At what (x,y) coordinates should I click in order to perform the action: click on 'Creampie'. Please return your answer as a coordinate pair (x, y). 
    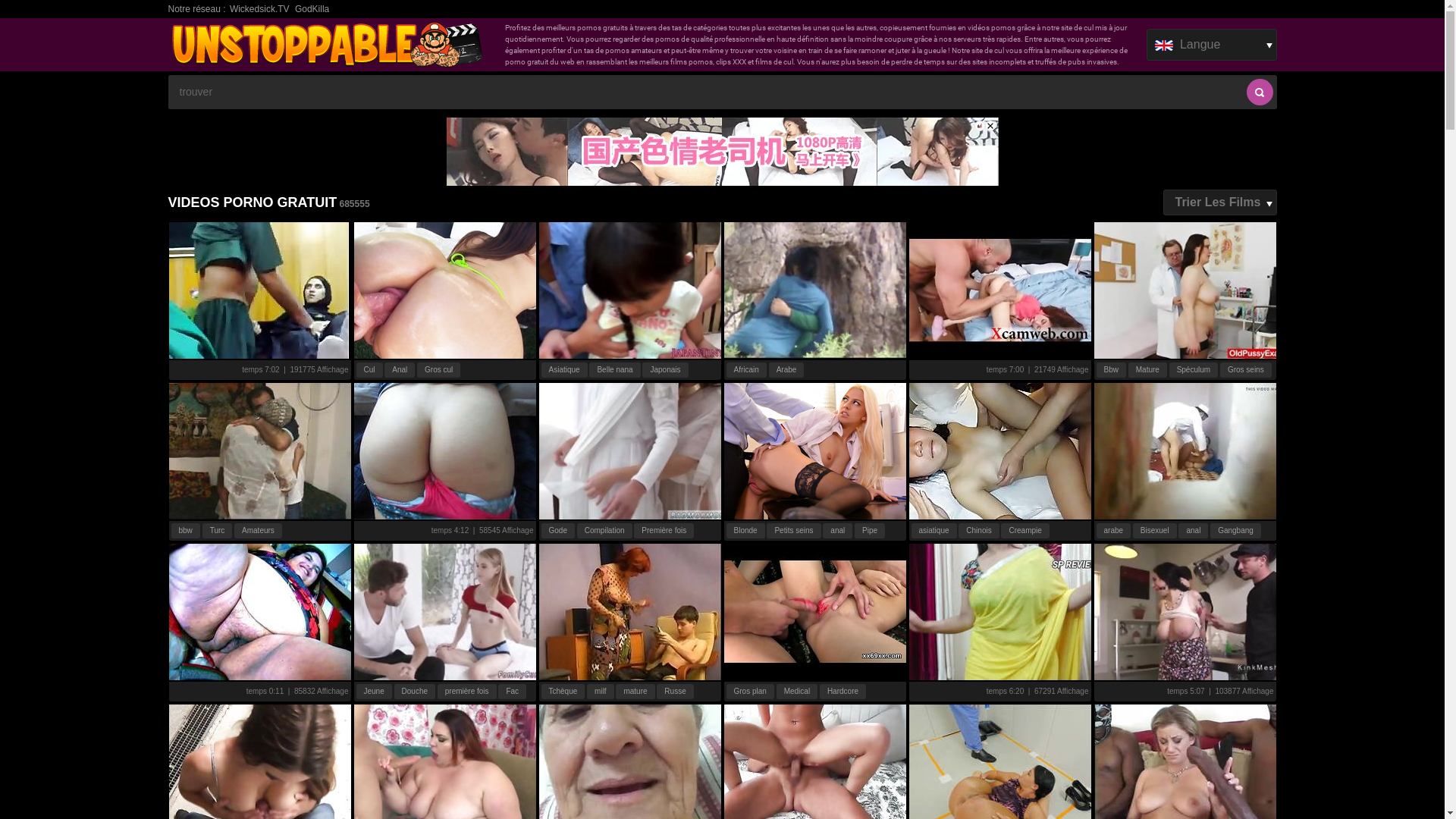
    Looking at the image, I should click on (1025, 529).